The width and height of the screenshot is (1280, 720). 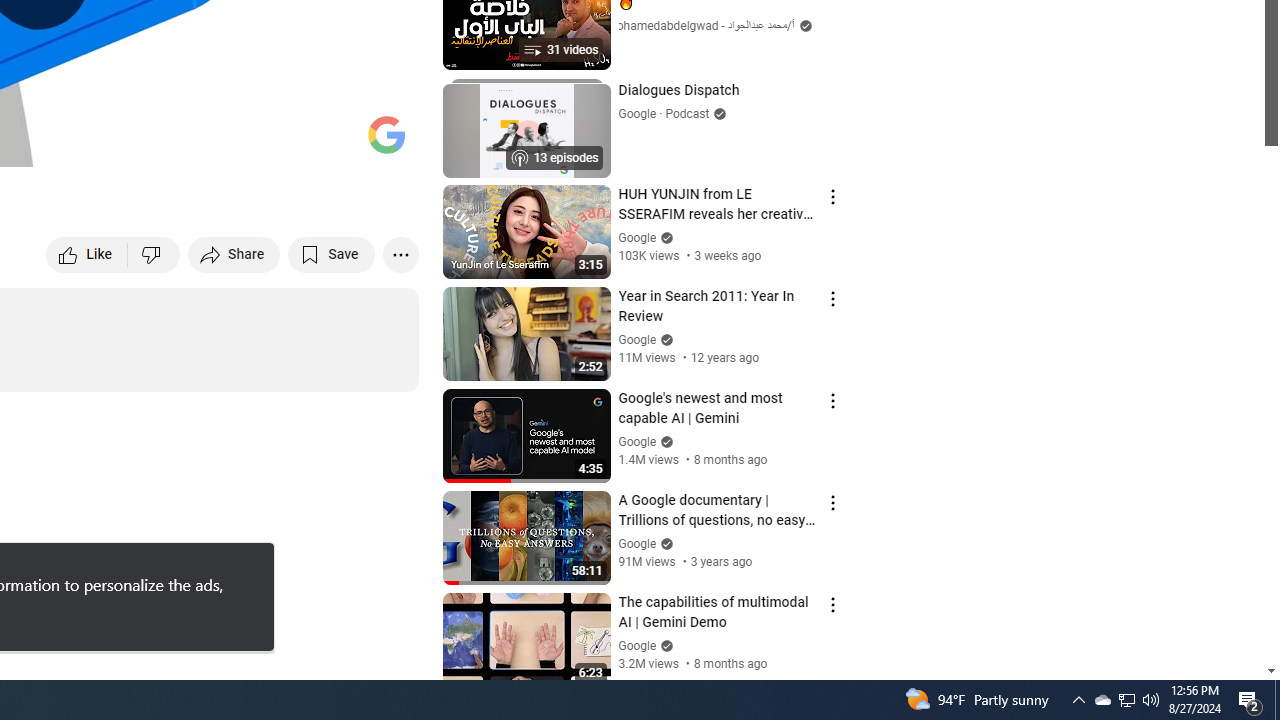 What do you see at coordinates (664, 645) in the screenshot?
I see `'Verified'` at bounding box center [664, 645].